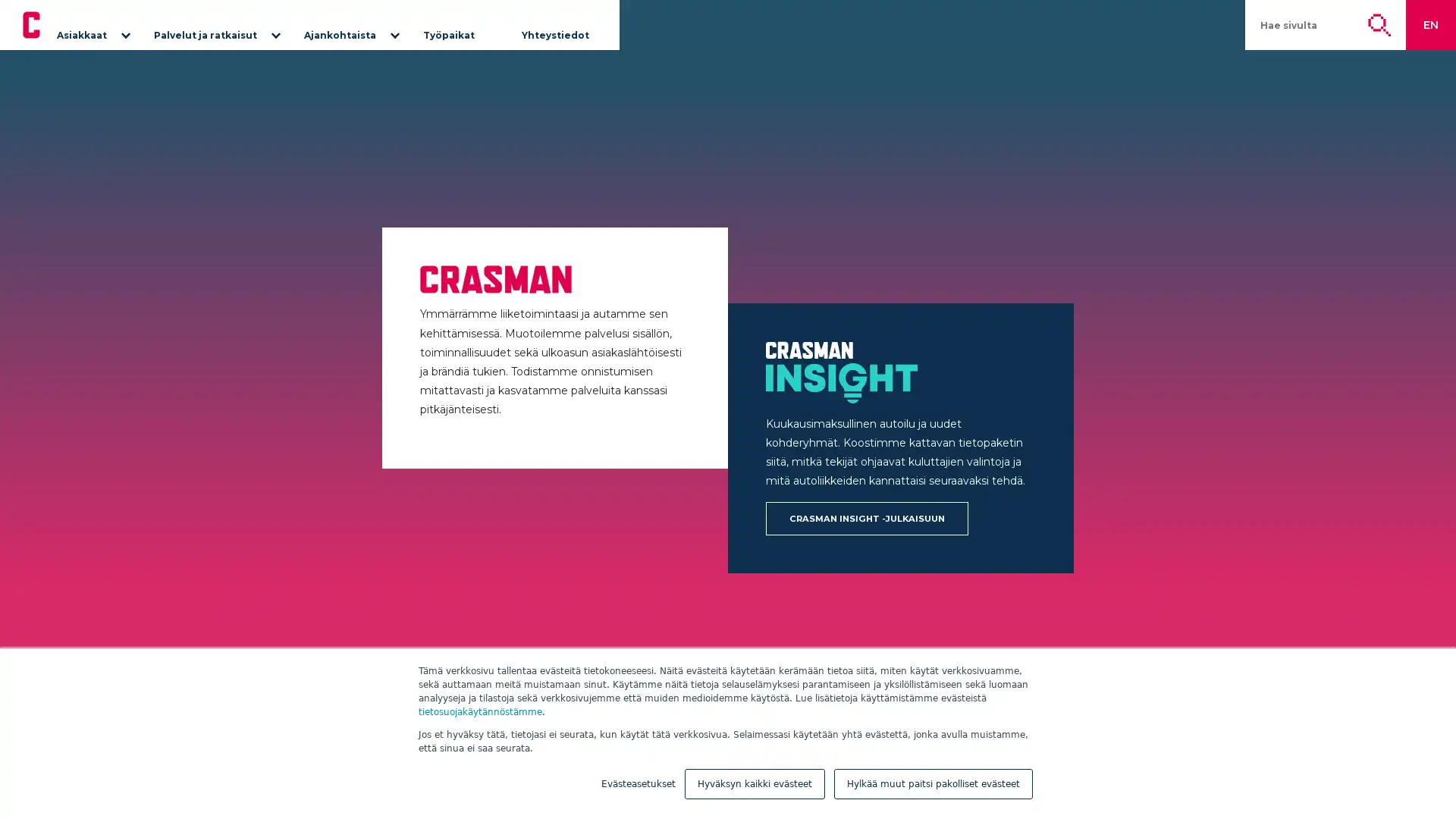  I want to click on Evasteasetukset, so click(638, 783).